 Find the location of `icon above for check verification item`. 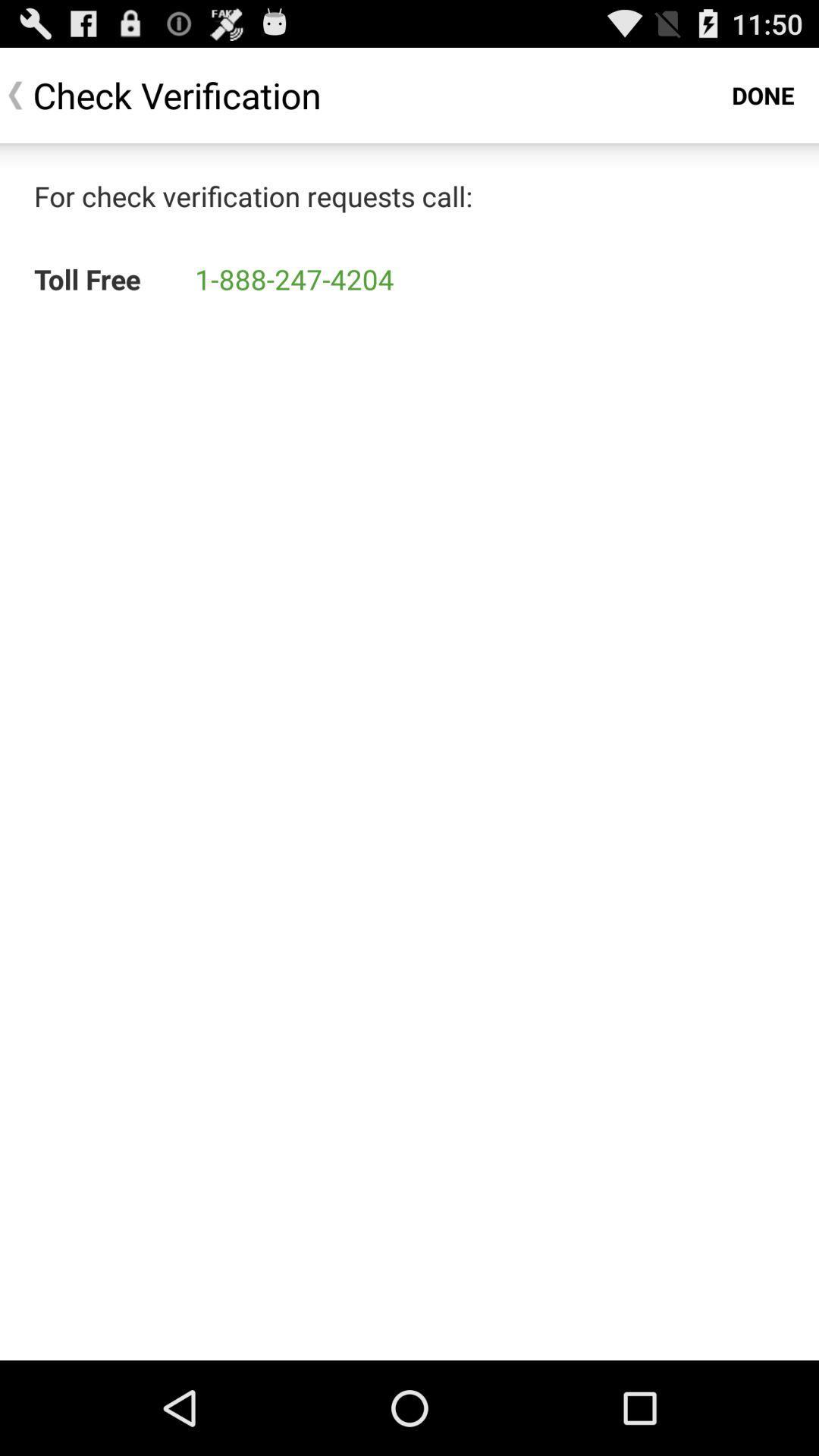

icon above for check verification item is located at coordinates (763, 94).